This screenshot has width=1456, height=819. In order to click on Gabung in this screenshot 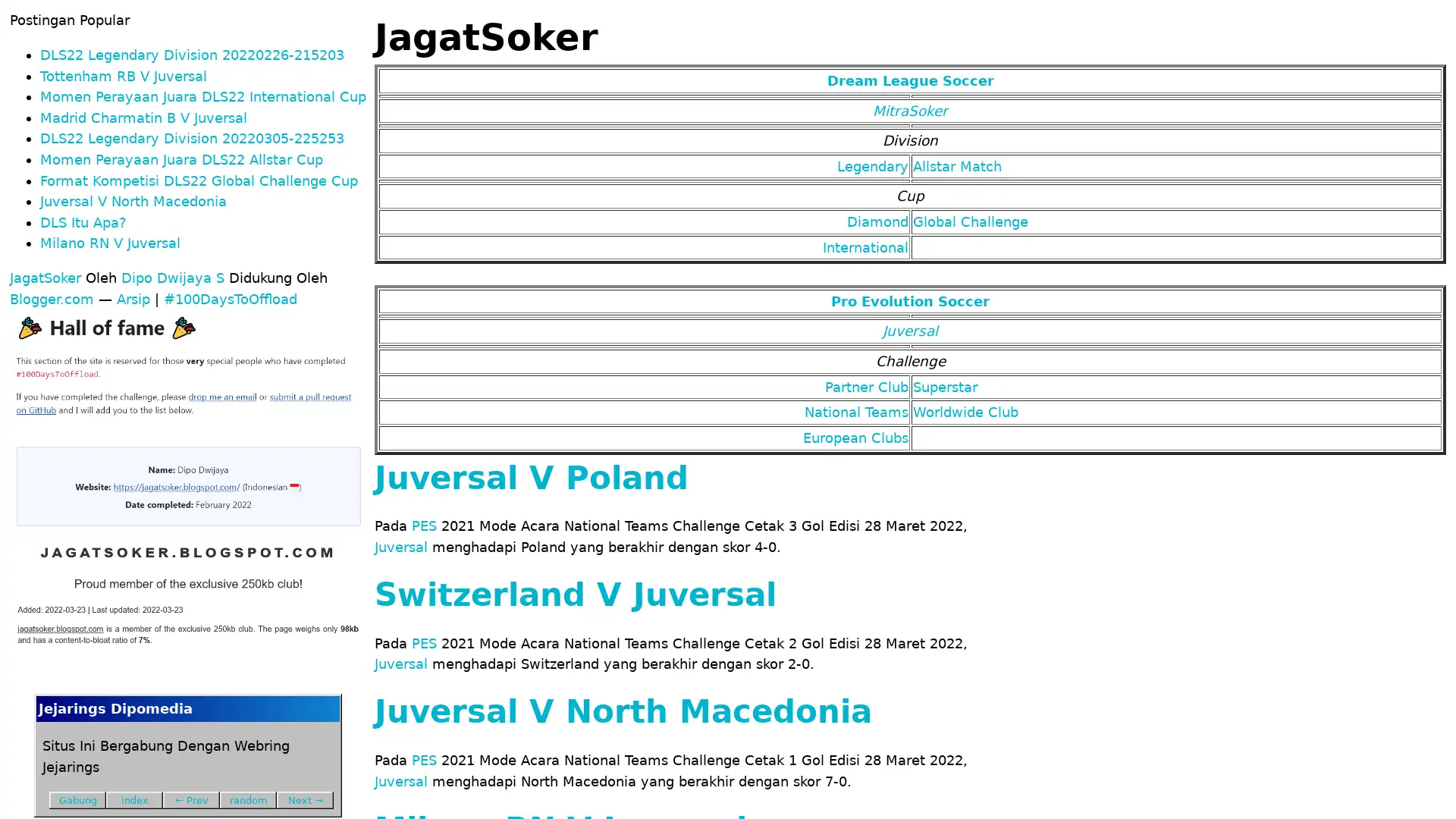, I will do `click(77, 799)`.